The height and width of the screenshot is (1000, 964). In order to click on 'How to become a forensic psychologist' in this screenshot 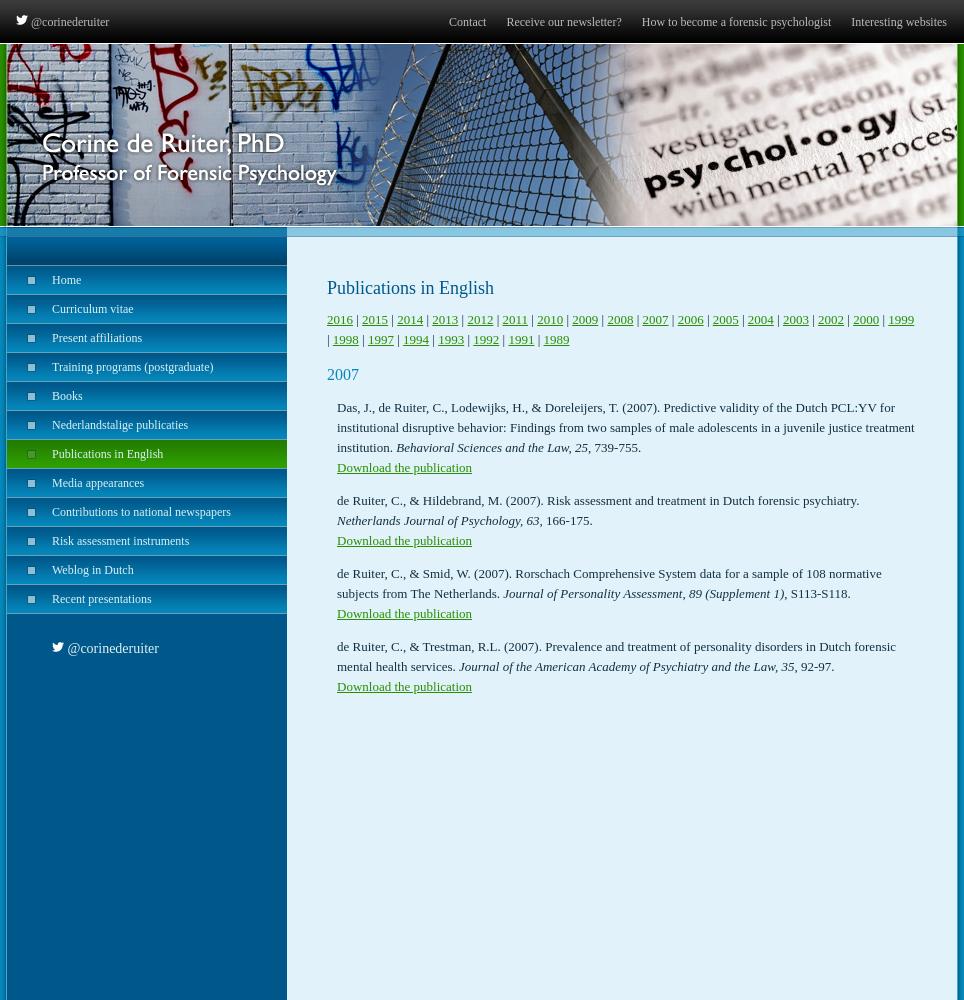, I will do `click(735, 22)`.